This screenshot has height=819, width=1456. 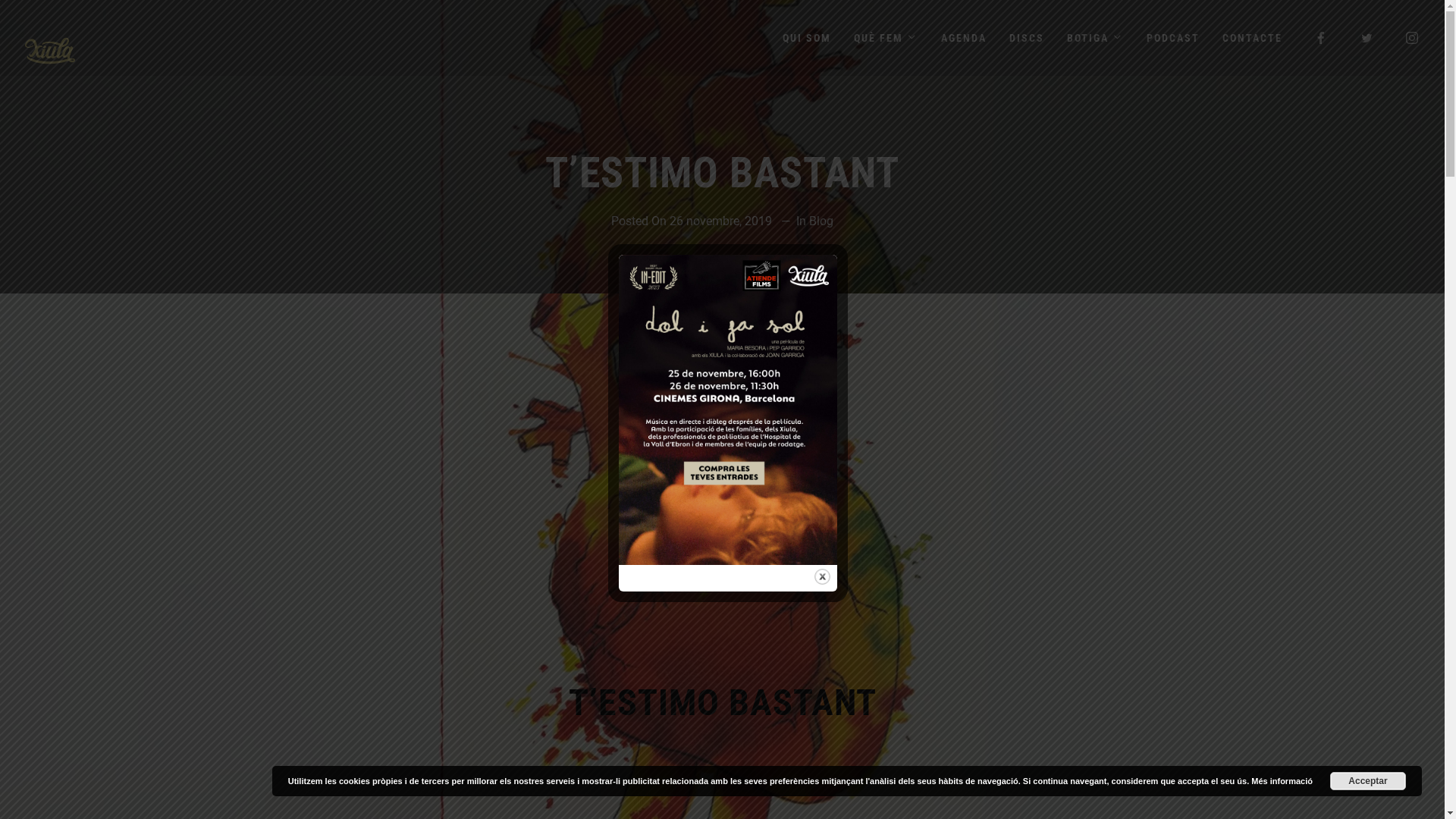 What do you see at coordinates (1368, 780) in the screenshot?
I see `'Acceptar'` at bounding box center [1368, 780].